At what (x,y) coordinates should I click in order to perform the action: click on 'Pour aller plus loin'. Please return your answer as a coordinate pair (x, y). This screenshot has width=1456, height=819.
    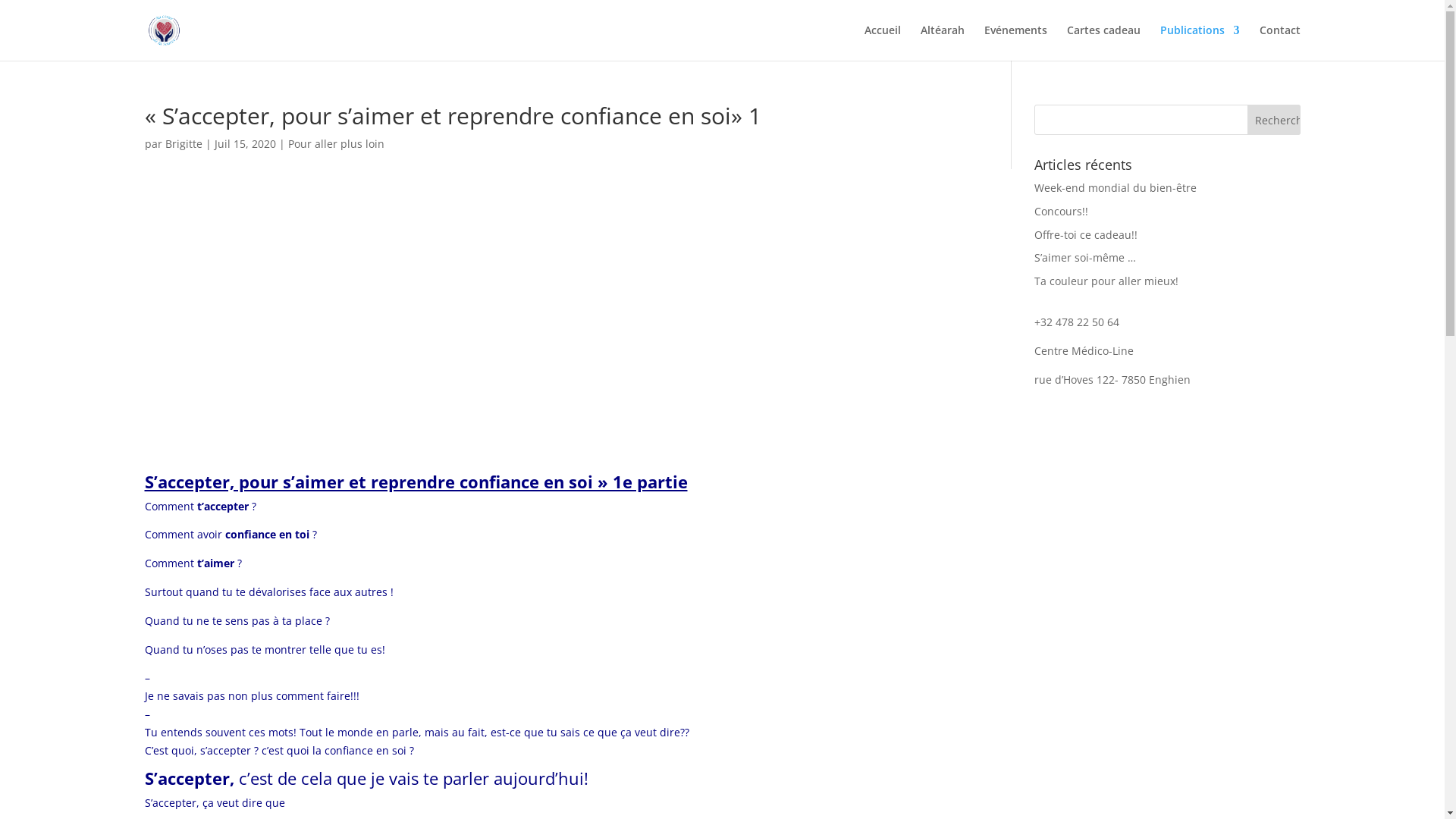
    Looking at the image, I should click on (287, 143).